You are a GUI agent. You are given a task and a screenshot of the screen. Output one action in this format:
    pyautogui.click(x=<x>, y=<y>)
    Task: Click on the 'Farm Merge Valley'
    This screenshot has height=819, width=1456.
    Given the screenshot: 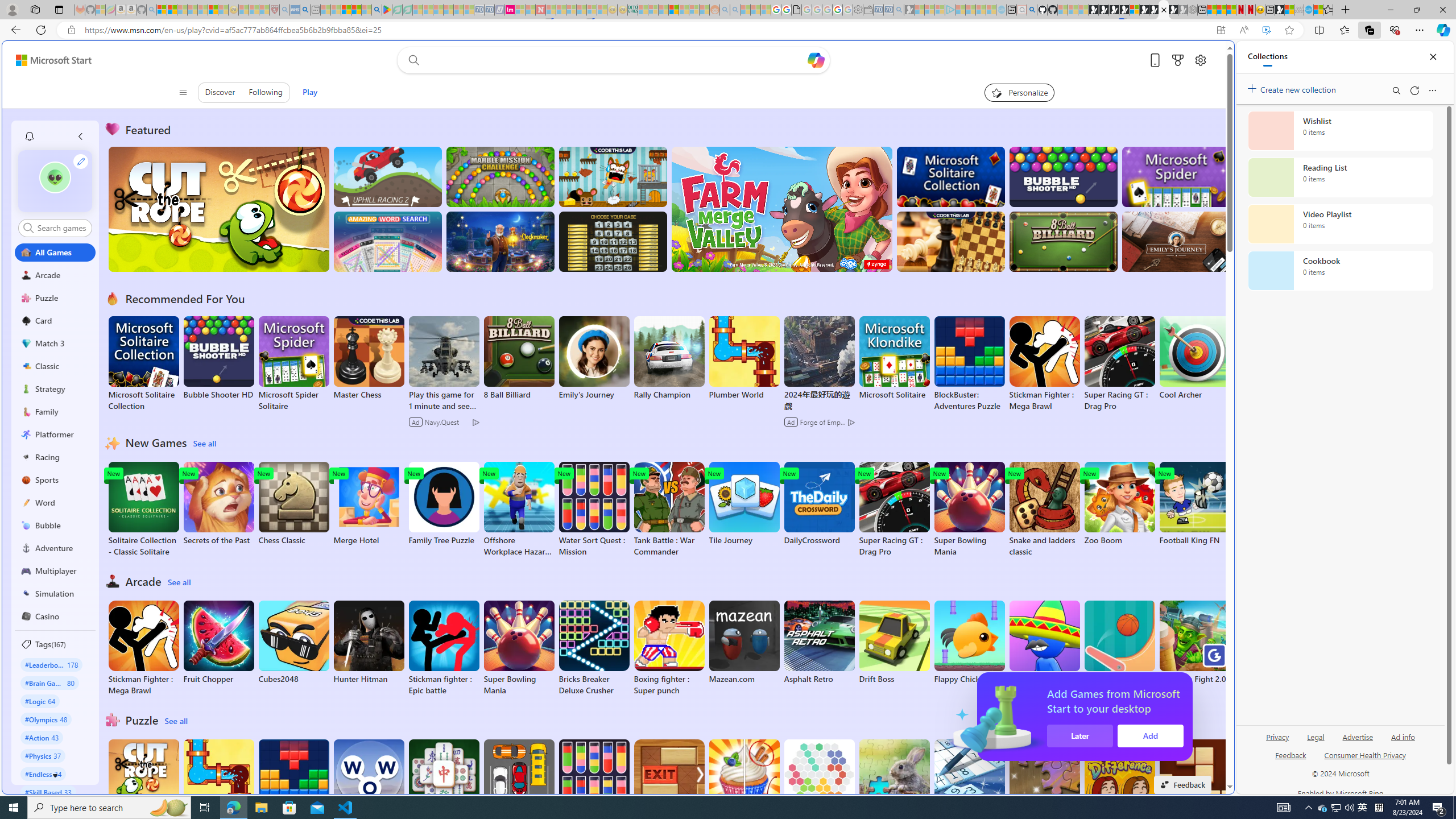 What is the action you would take?
    pyautogui.click(x=781, y=209)
    